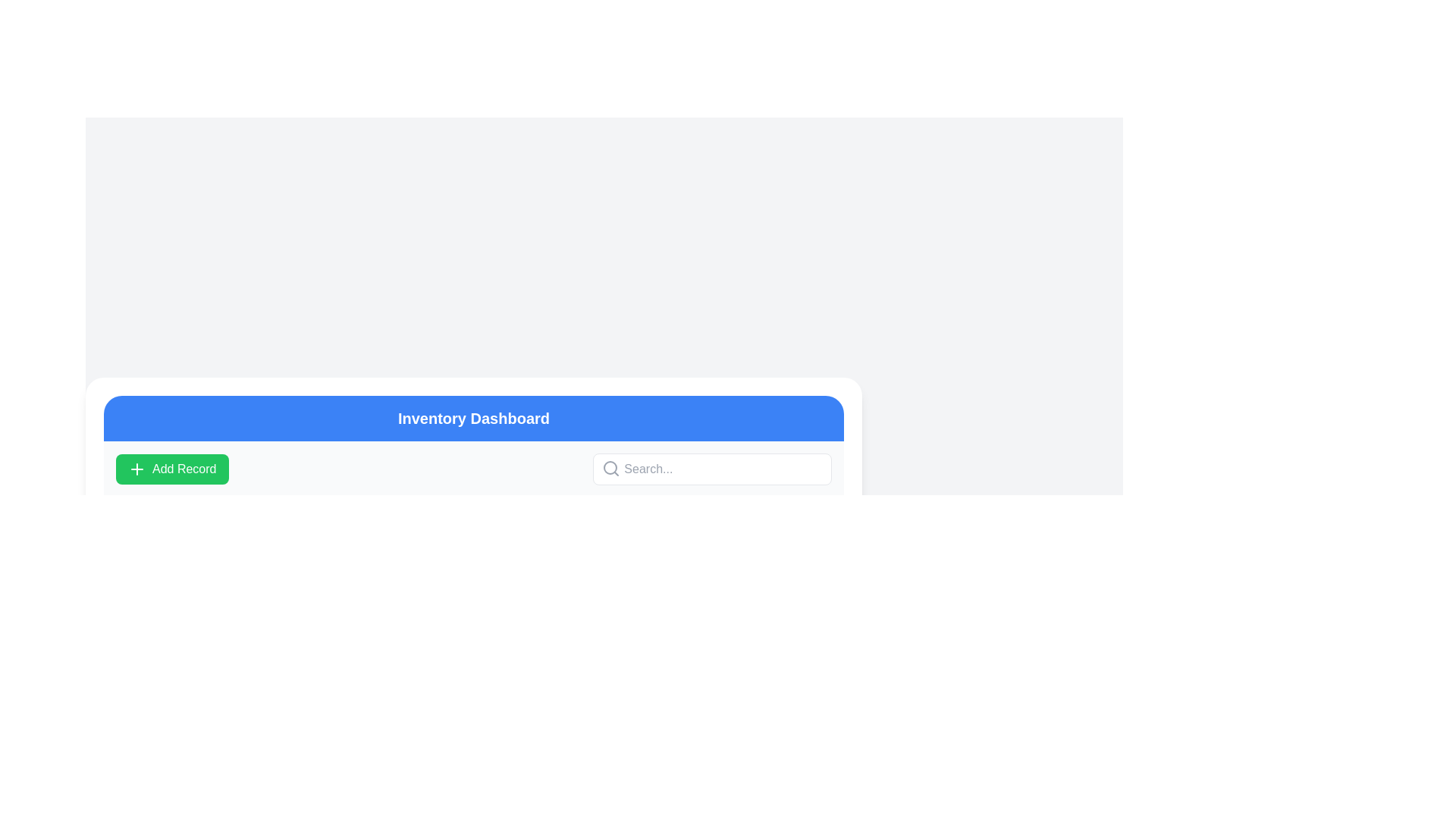 Image resolution: width=1456 pixels, height=819 pixels. I want to click on the green button with rounded corners labeled 'Add Record' to observe its hover effects, so click(172, 468).